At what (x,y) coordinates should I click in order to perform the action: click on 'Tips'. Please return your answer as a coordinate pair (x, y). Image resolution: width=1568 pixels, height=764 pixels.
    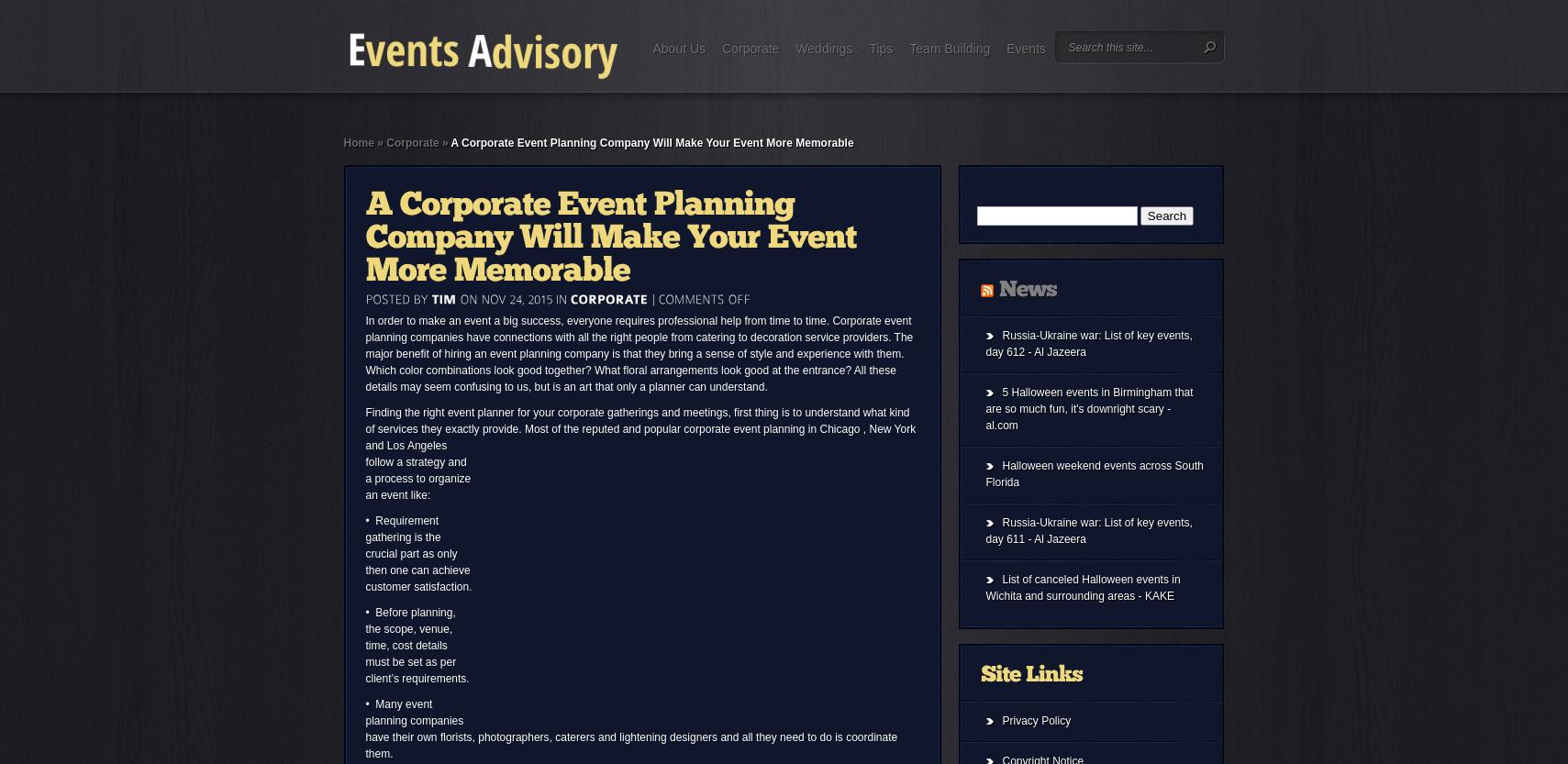
    Looking at the image, I should click on (880, 48).